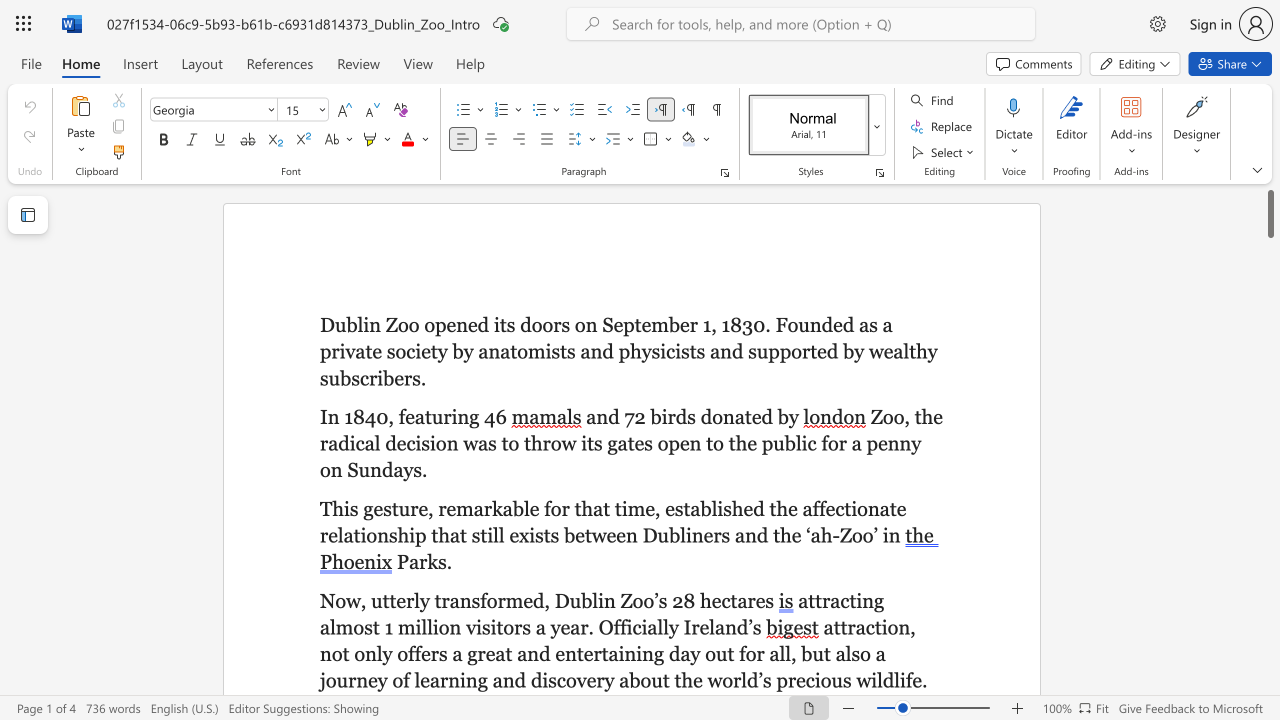 The height and width of the screenshot is (720, 1280). I want to click on the 3th character "a" in the text, so click(597, 507).